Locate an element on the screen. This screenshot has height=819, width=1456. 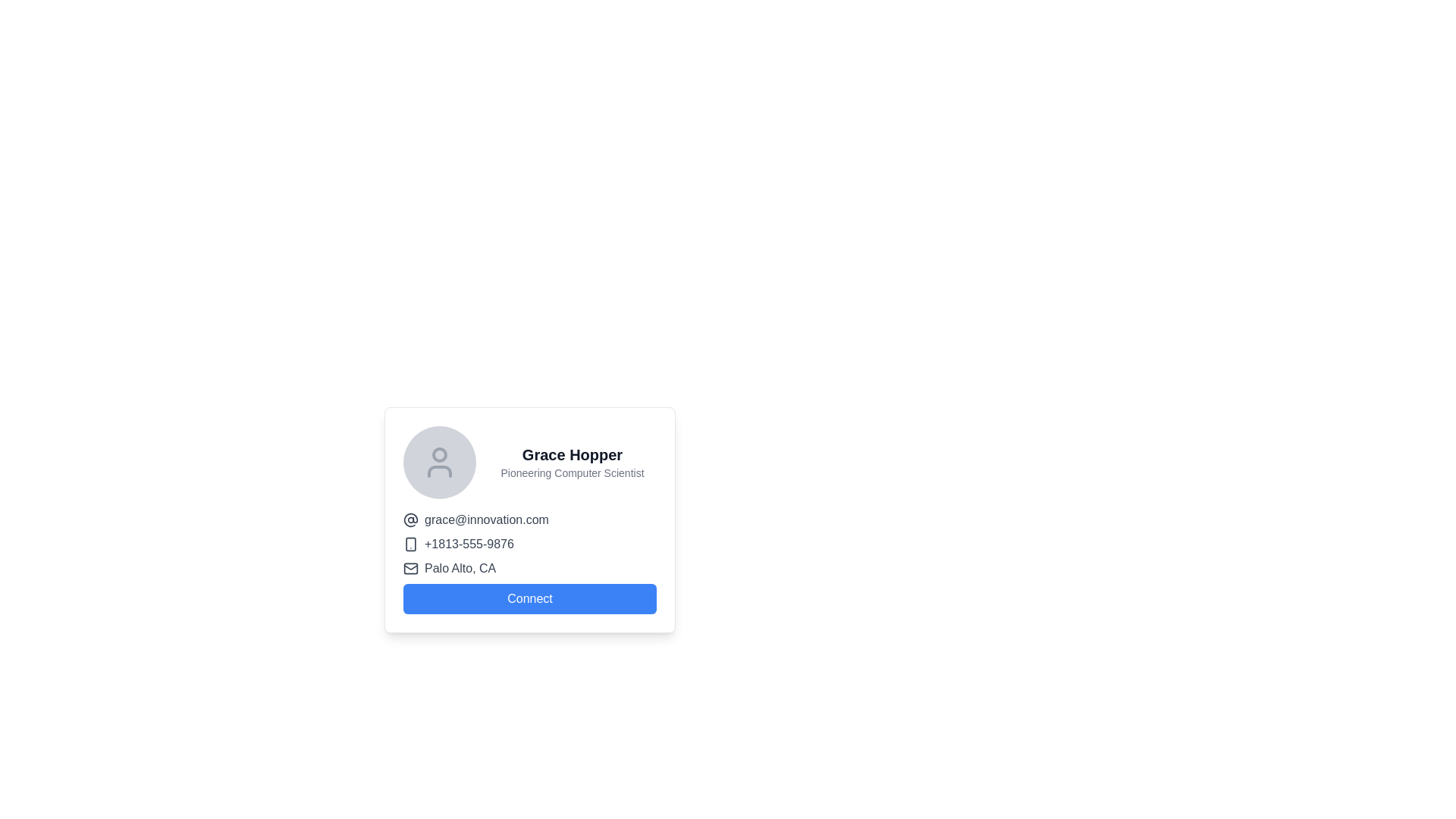
the text label displaying 'Grace Hopper', which serves as the title for the associated profile or information card, located in the upper right section of the card is located at coordinates (571, 454).